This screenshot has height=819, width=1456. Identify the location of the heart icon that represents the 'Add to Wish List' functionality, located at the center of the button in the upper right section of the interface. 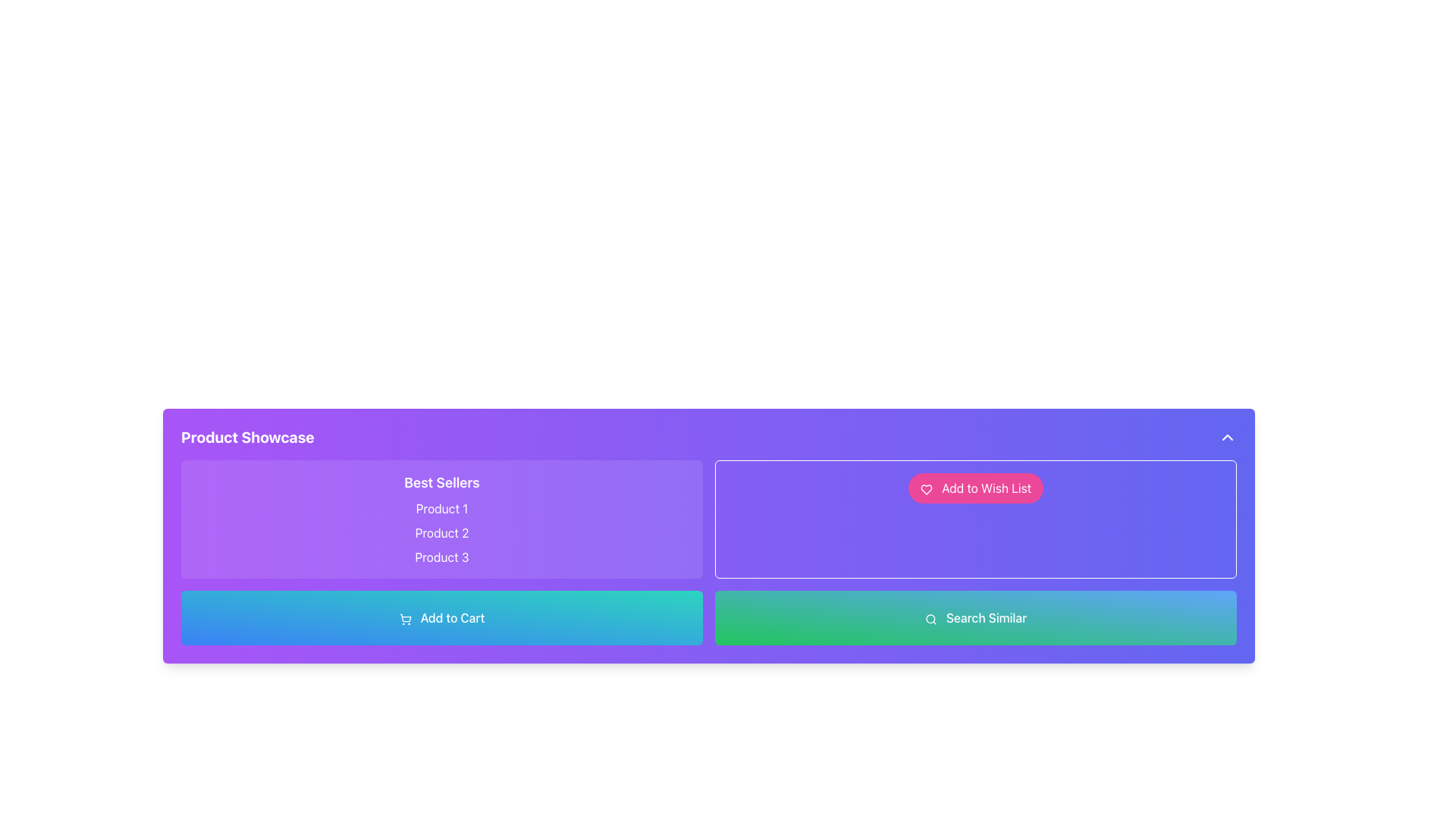
(925, 489).